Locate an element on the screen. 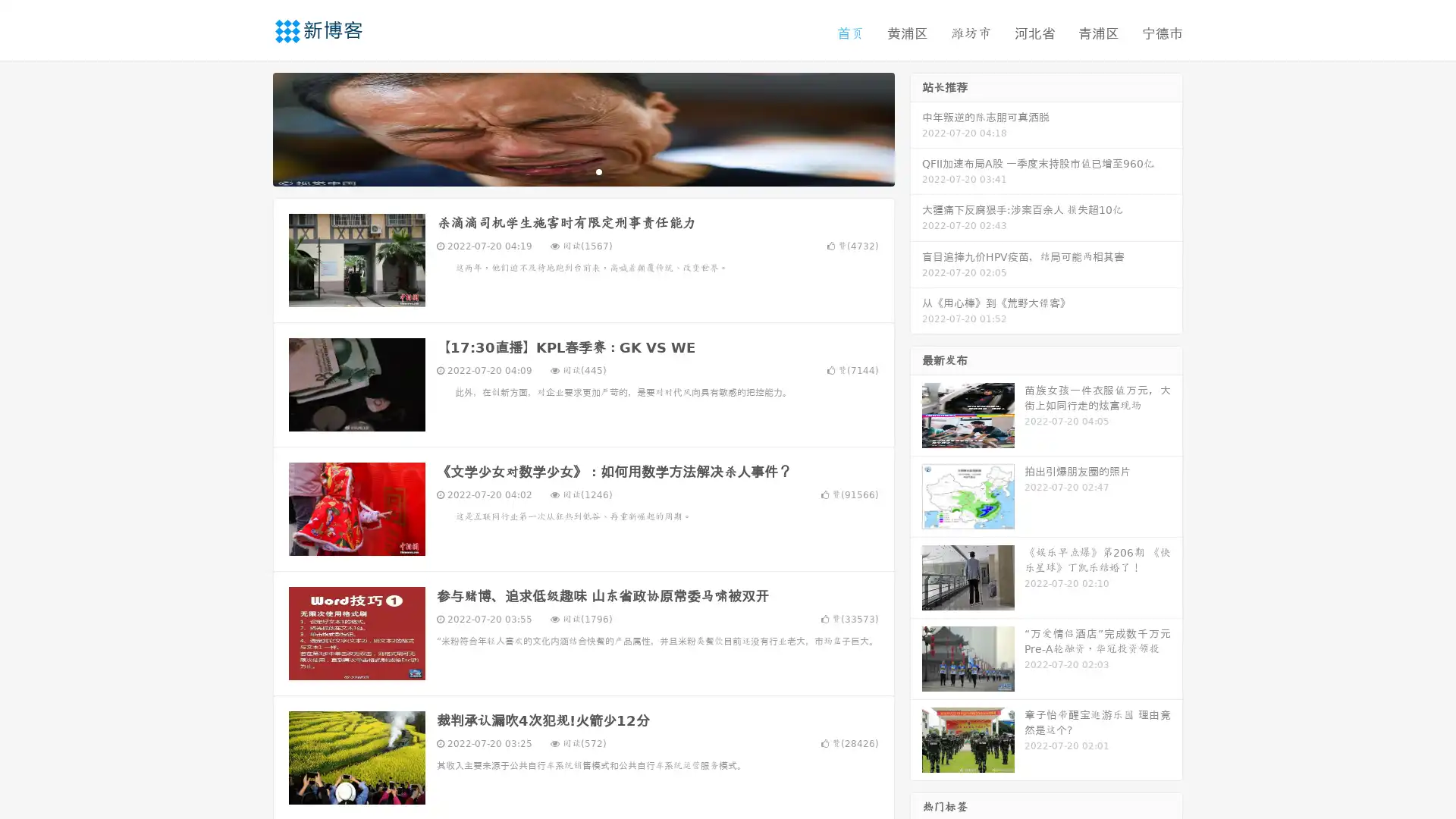  Go to slide 3 is located at coordinates (598, 171).